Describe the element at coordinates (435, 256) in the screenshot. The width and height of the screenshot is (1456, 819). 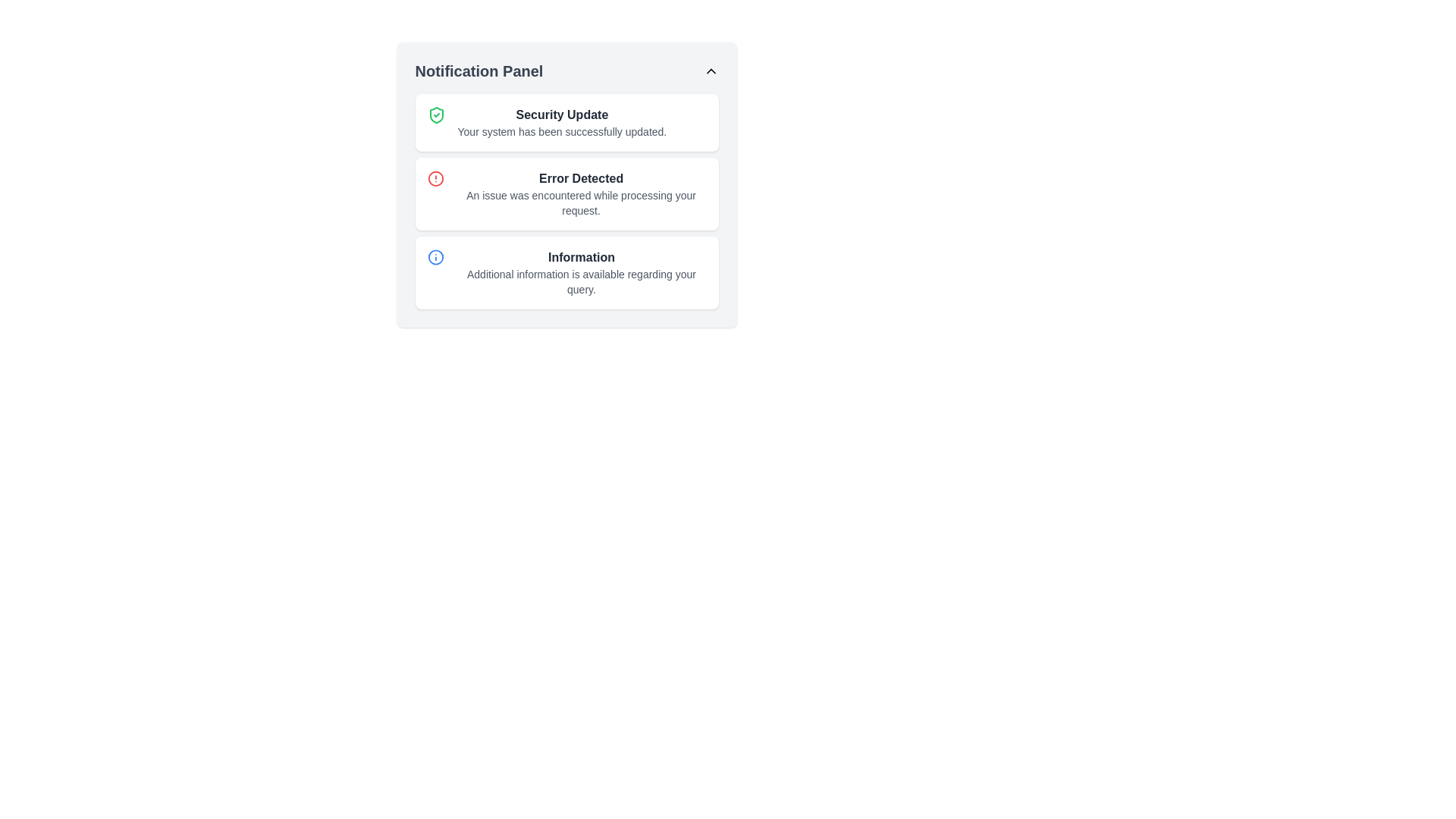
I see `the 'Information' icon in the Notification Panel` at that location.